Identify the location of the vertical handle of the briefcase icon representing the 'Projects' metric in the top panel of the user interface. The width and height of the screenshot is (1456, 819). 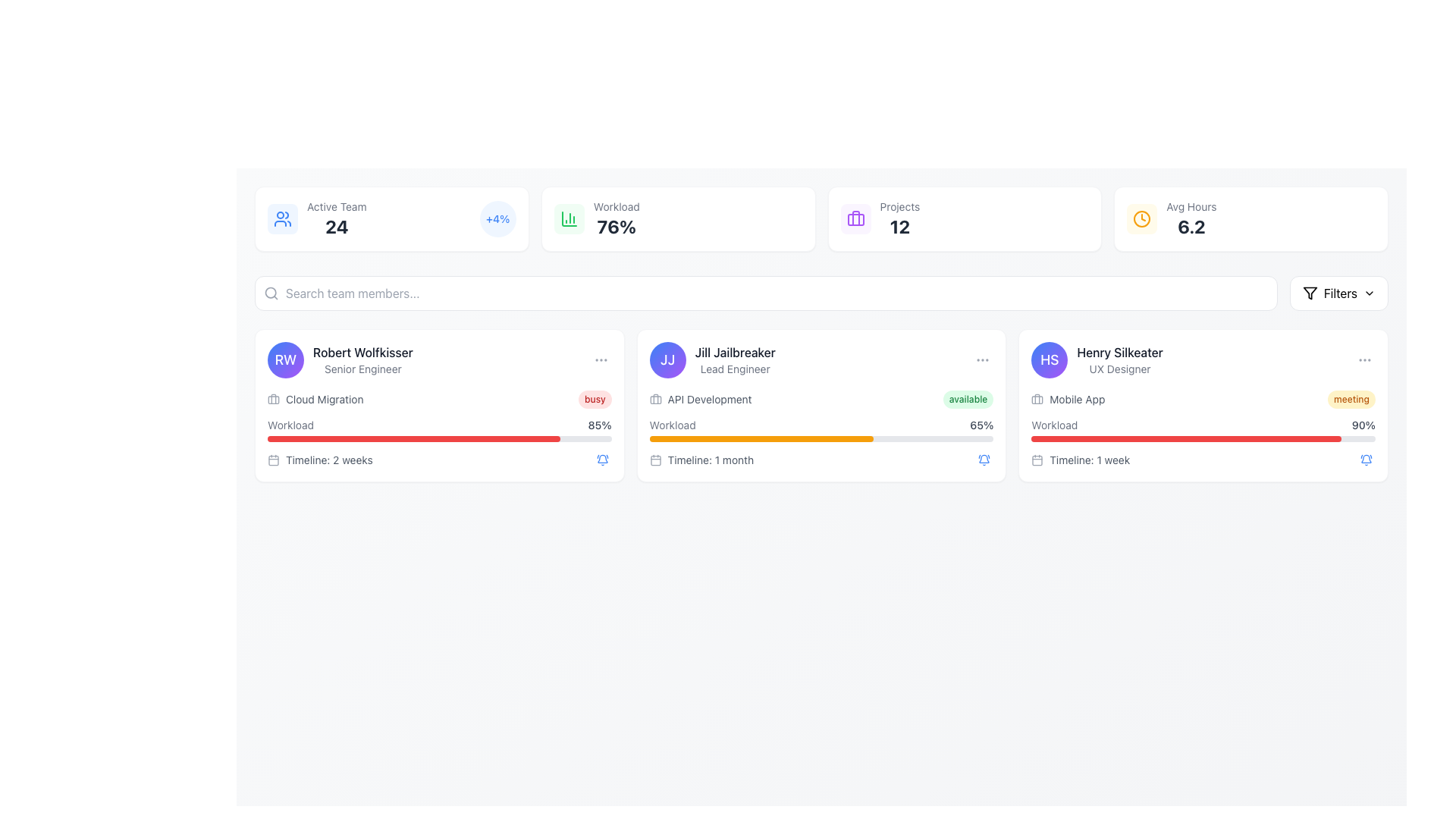
(855, 218).